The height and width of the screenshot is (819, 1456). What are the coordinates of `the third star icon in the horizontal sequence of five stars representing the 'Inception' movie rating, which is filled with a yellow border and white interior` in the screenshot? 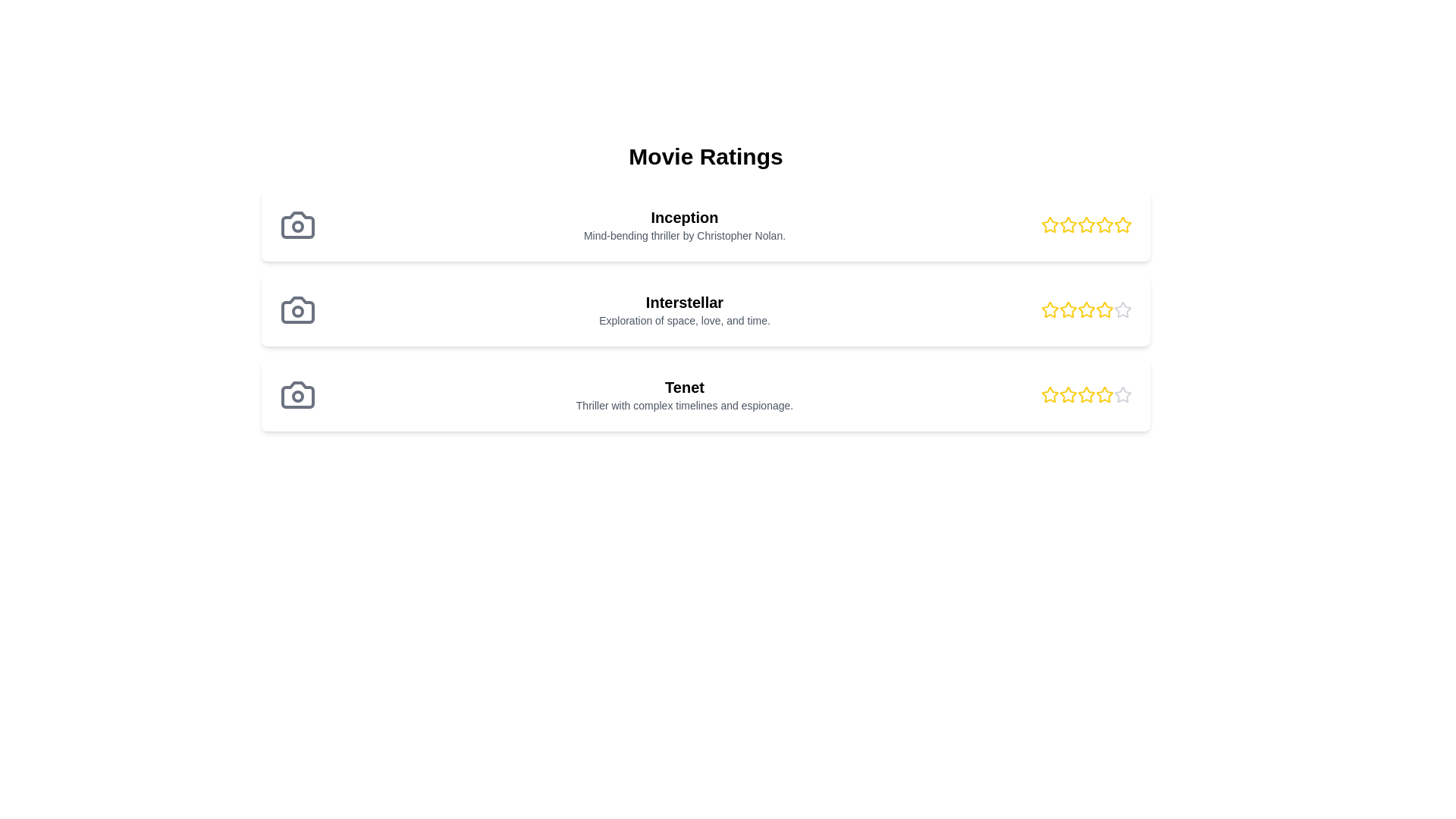 It's located at (1086, 224).